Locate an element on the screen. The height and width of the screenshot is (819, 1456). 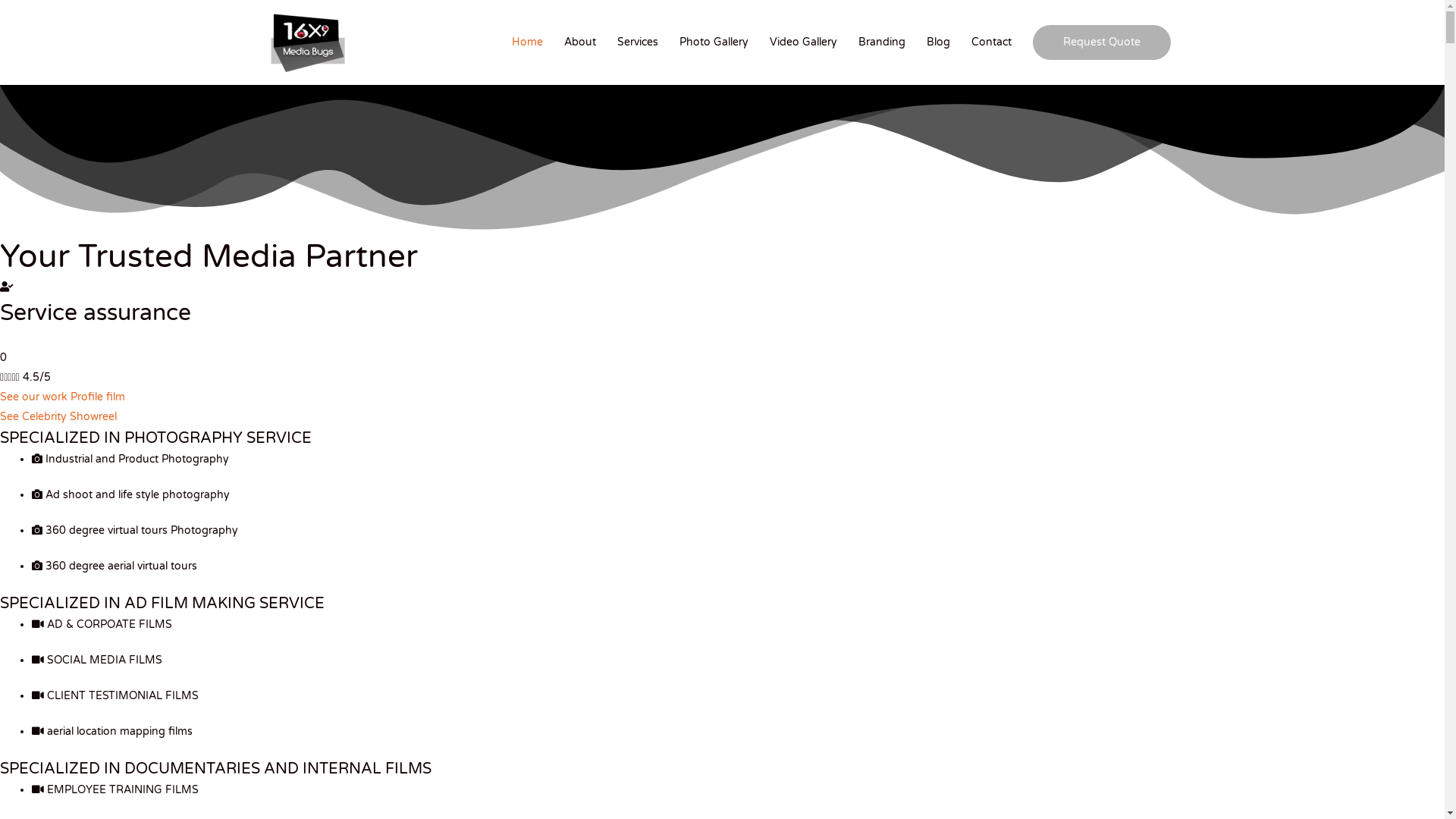
'Photo Gallery' is located at coordinates (713, 42).